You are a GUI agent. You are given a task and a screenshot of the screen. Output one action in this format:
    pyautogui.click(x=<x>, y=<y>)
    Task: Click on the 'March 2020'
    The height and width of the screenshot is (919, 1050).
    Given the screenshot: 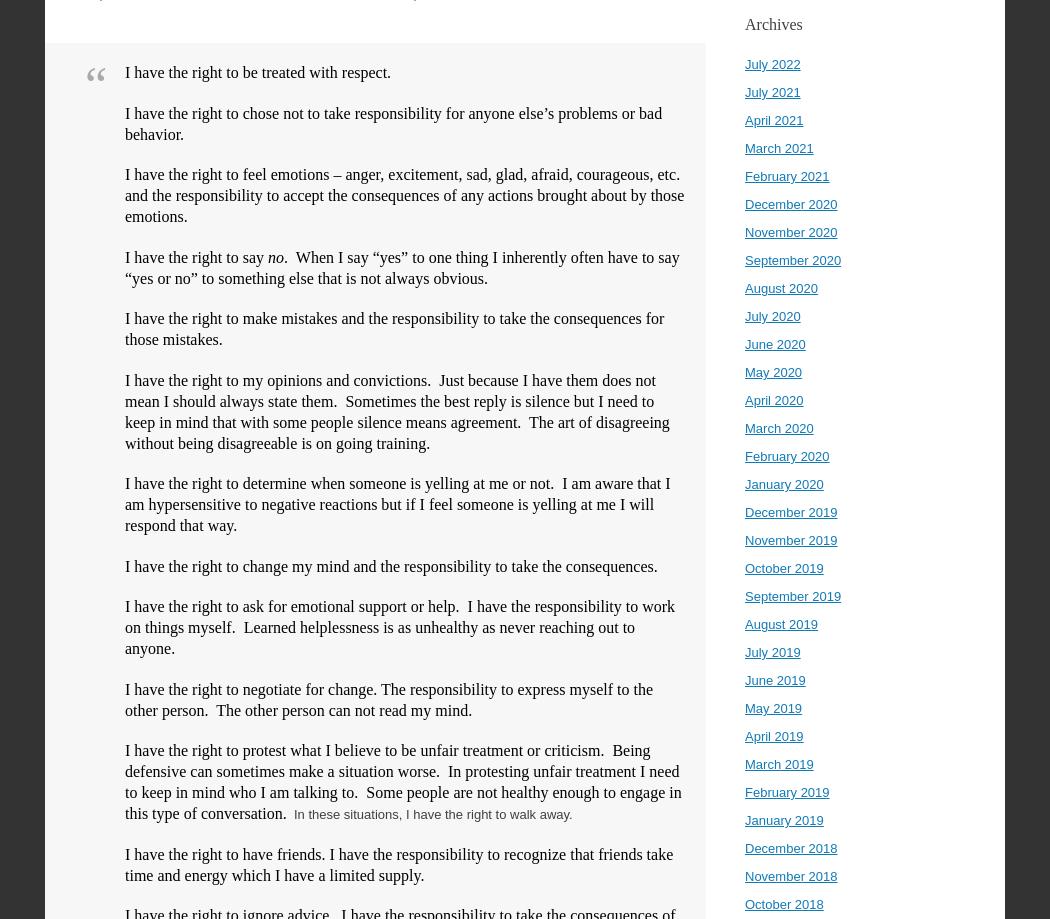 What is the action you would take?
    pyautogui.click(x=743, y=428)
    